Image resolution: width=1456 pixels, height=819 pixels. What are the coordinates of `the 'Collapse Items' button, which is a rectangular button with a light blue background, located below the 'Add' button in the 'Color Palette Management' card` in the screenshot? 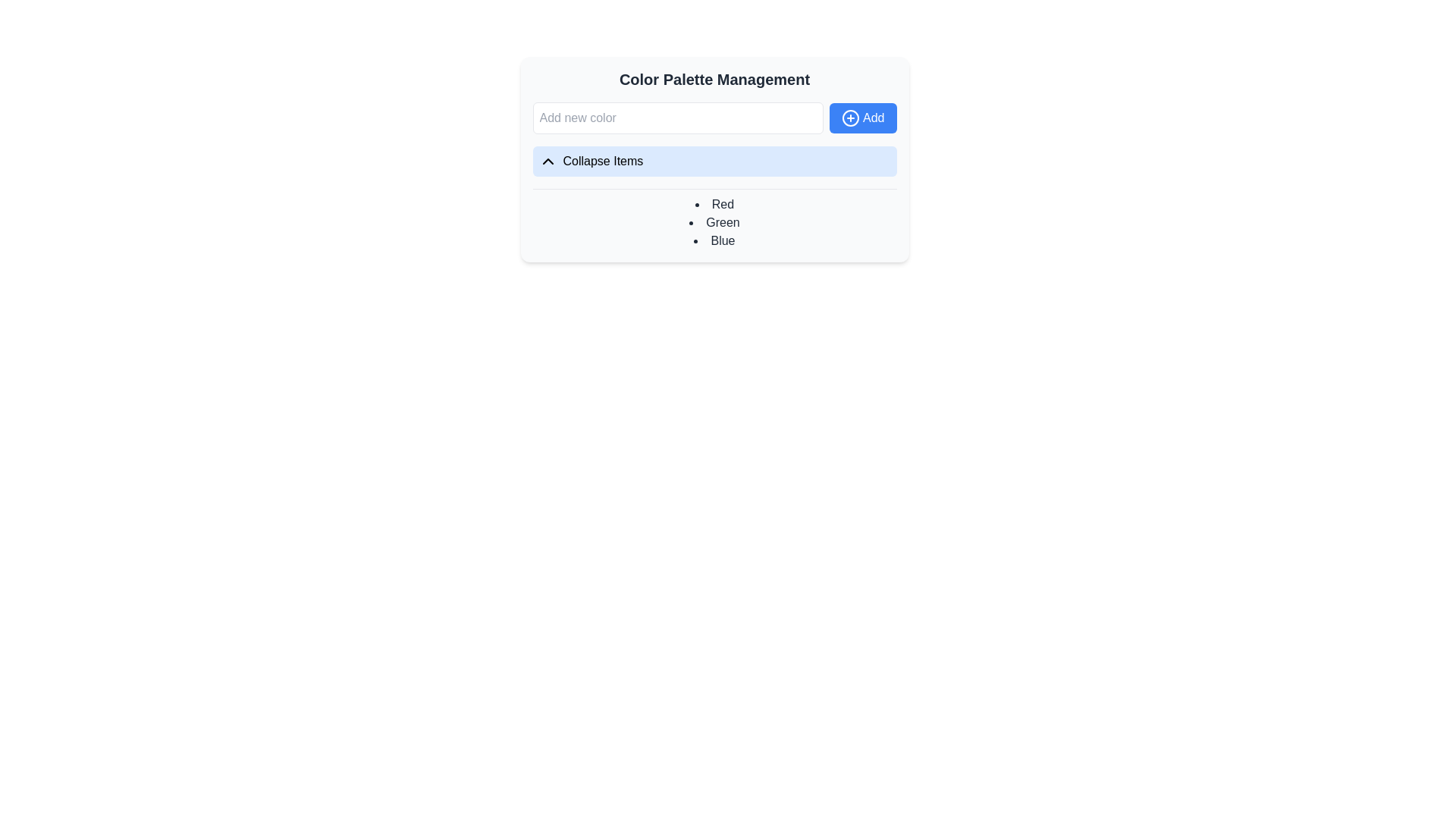 It's located at (714, 161).